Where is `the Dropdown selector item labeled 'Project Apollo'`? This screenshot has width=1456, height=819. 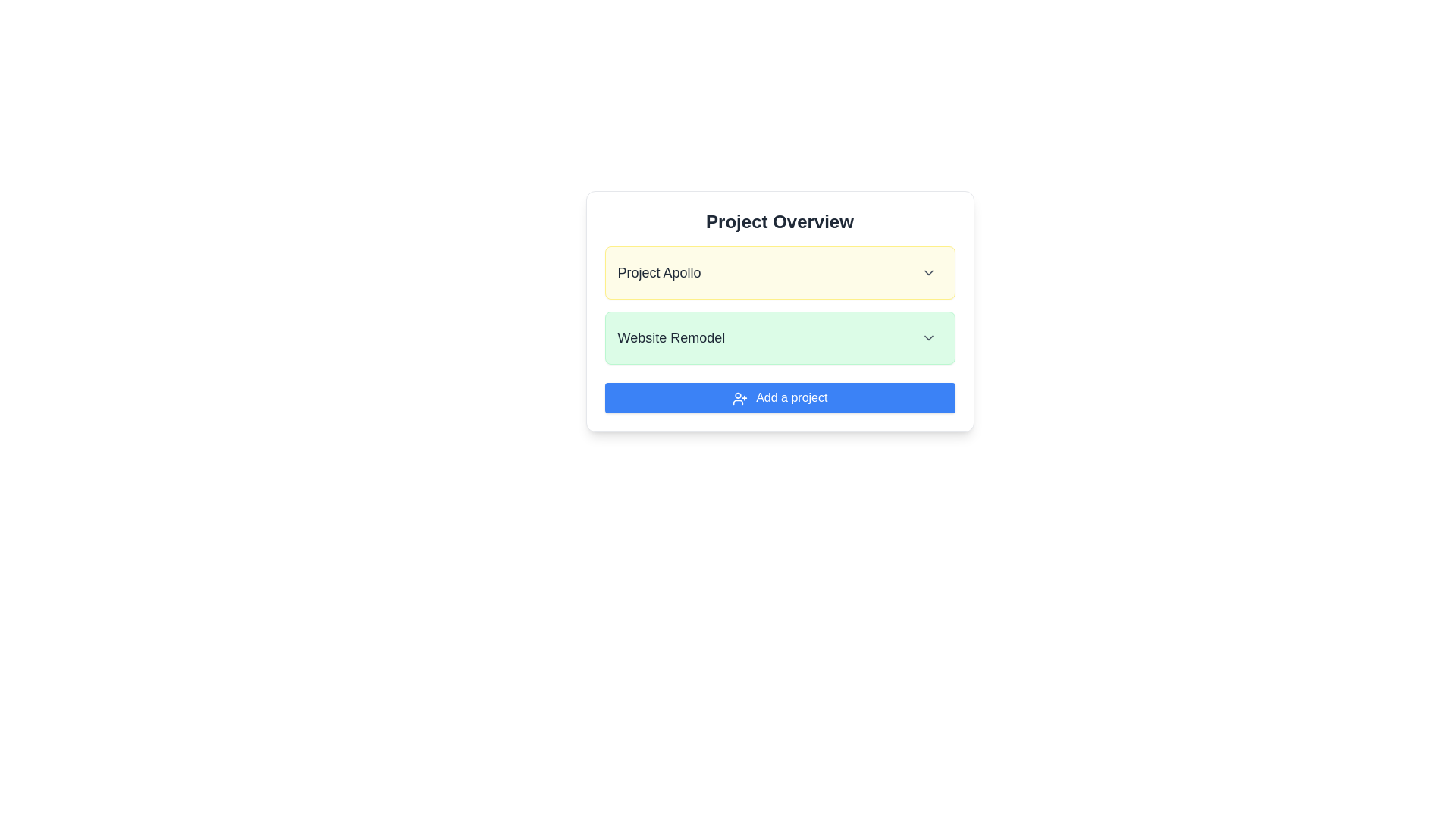 the Dropdown selector item labeled 'Project Apollo' is located at coordinates (780, 271).